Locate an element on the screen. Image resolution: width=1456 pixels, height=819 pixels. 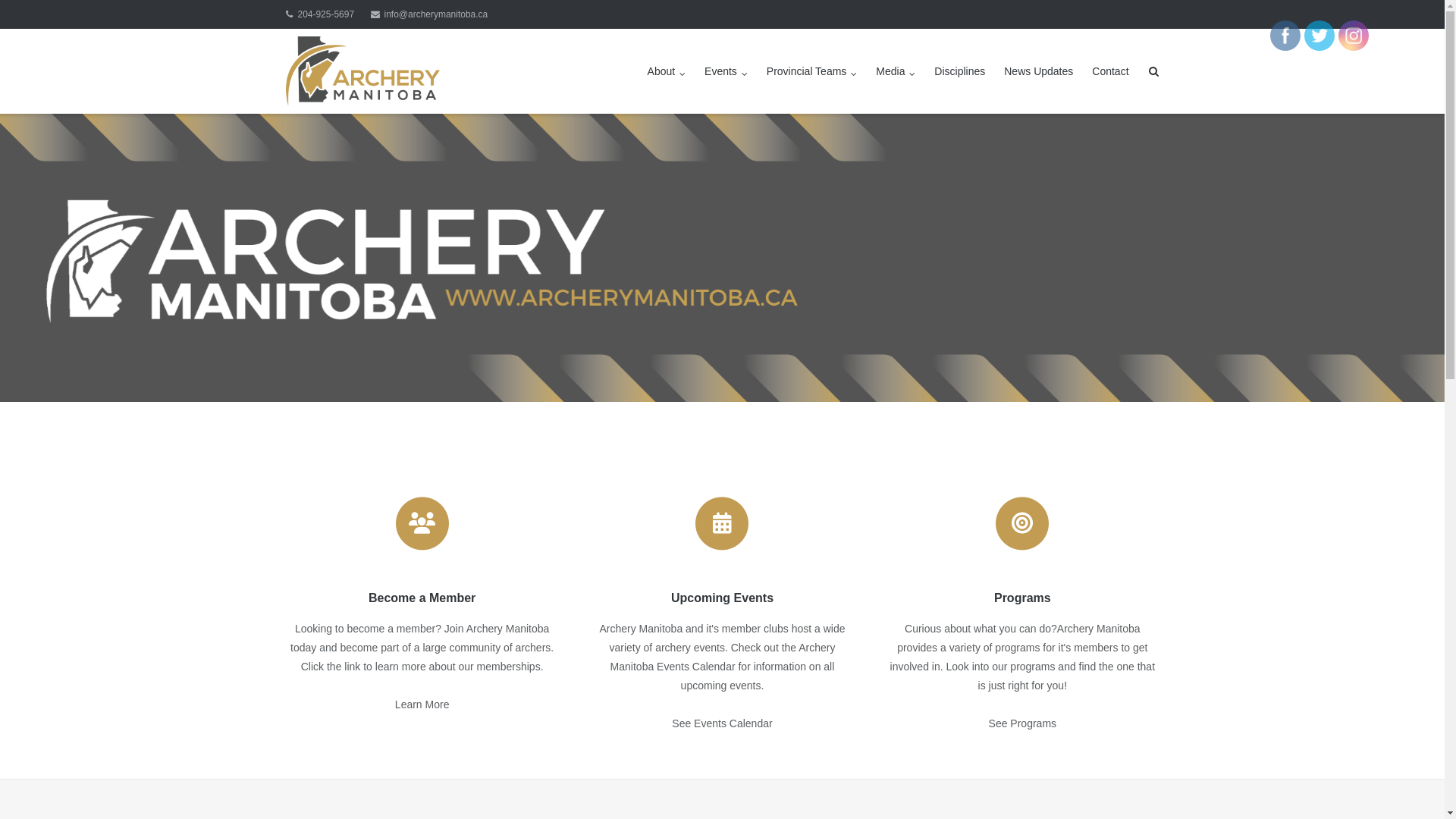
'Facebook' is located at coordinates (1284, 34).